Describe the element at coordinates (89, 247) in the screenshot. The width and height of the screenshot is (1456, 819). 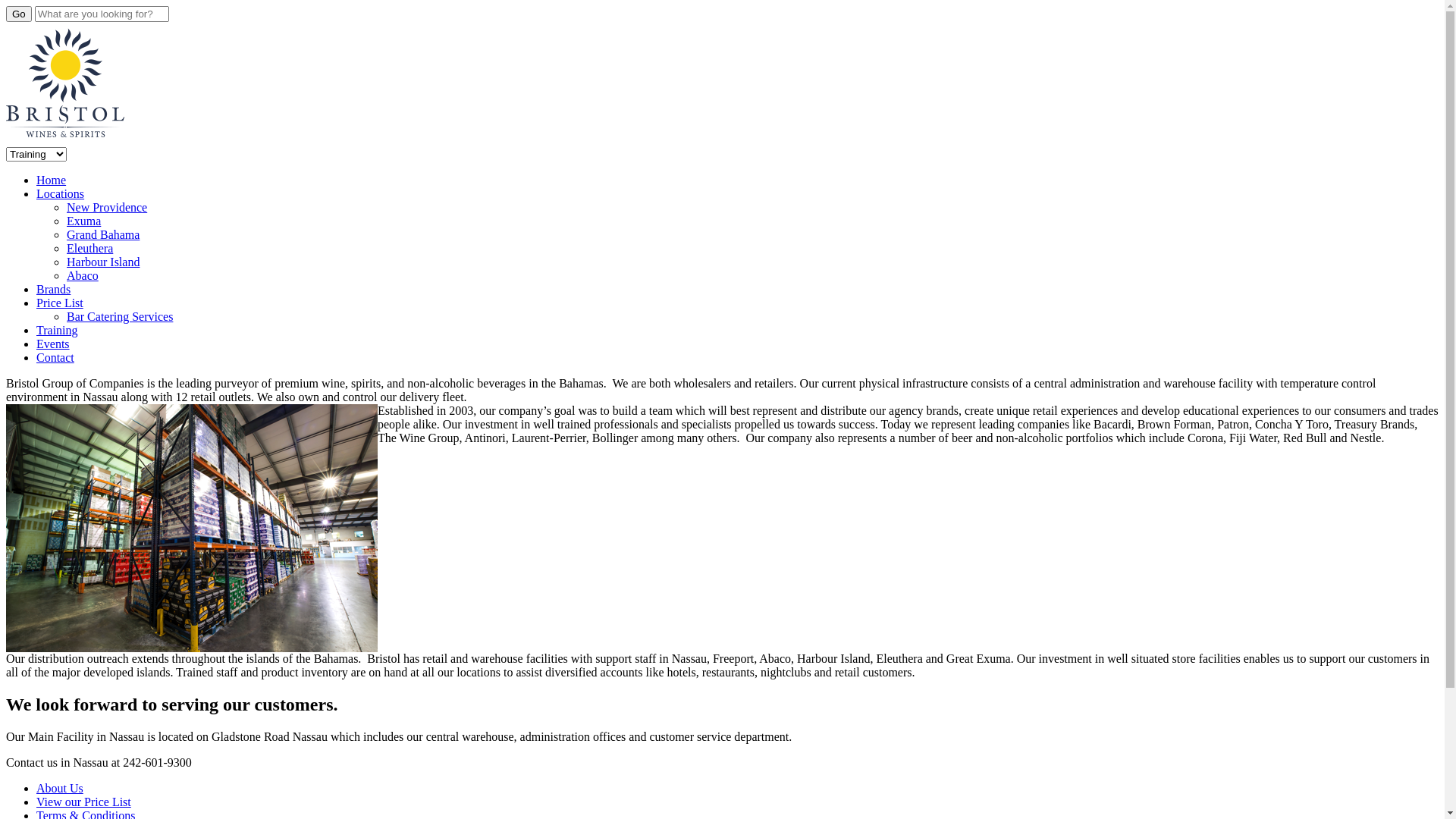
I see `'Eleuthera'` at that location.